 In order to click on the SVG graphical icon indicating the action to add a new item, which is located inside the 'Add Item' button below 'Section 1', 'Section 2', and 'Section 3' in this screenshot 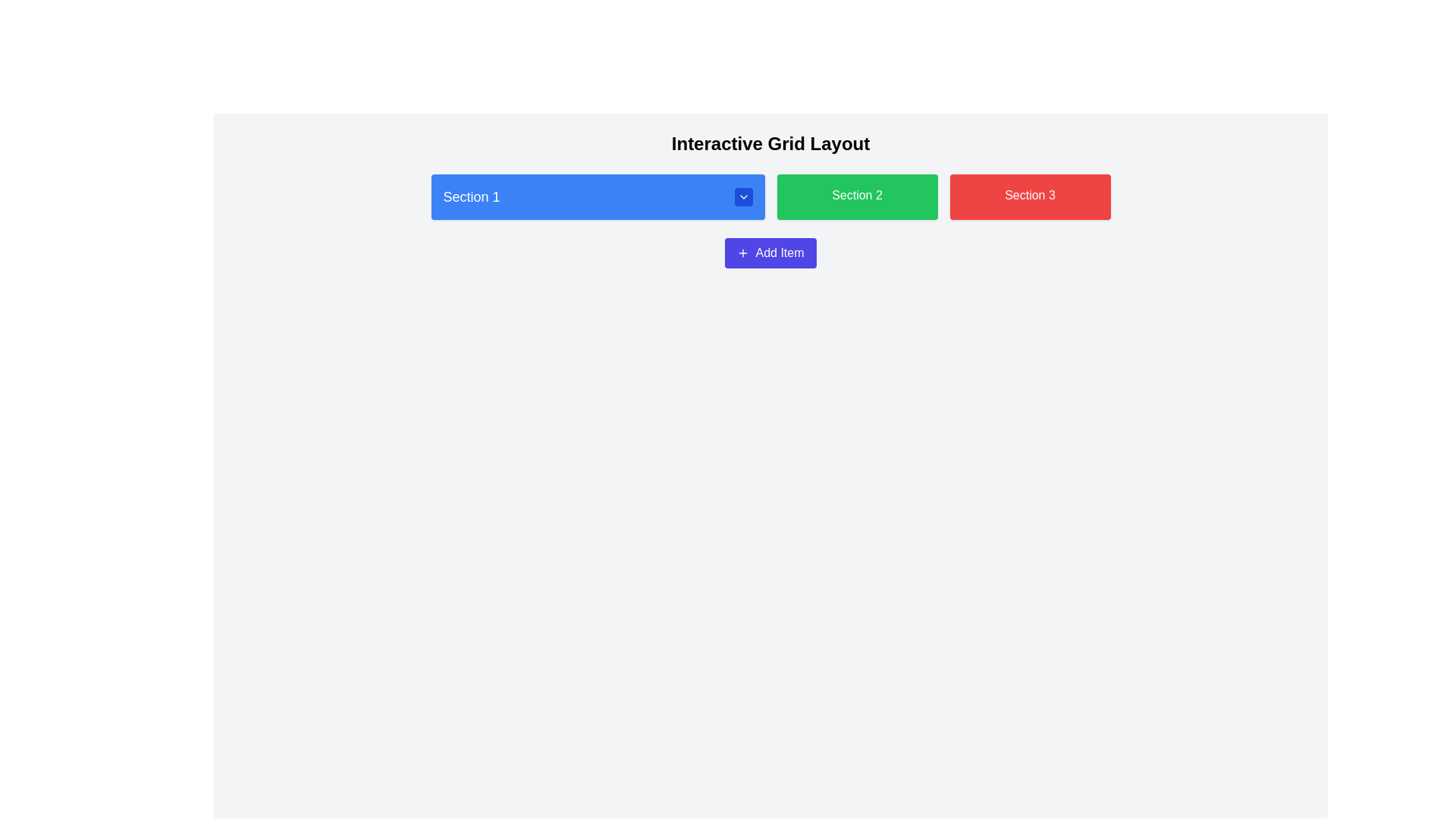, I will do `click(743, 253)`.